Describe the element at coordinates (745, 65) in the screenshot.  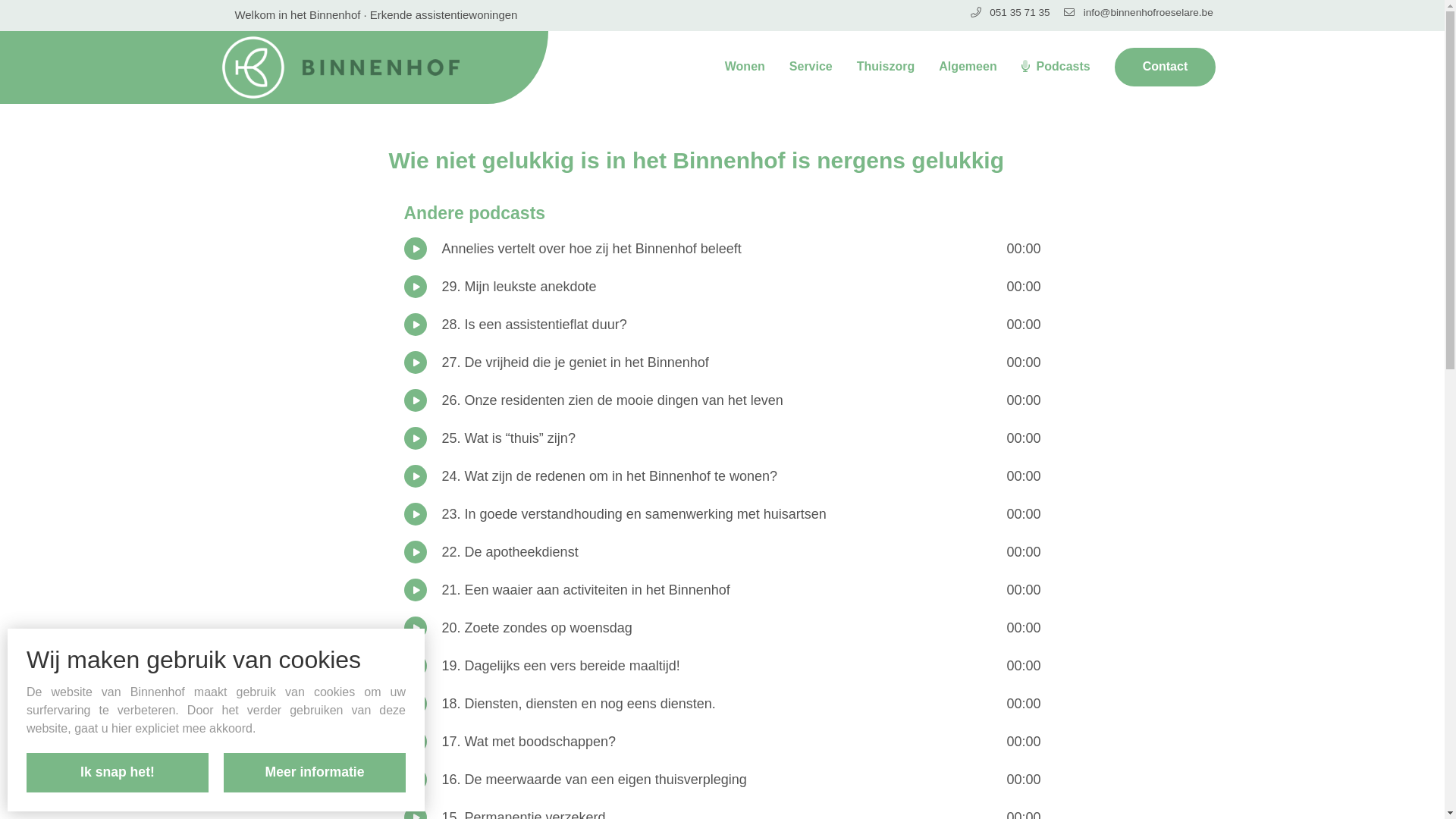
I see `'Wonen'` at that location.